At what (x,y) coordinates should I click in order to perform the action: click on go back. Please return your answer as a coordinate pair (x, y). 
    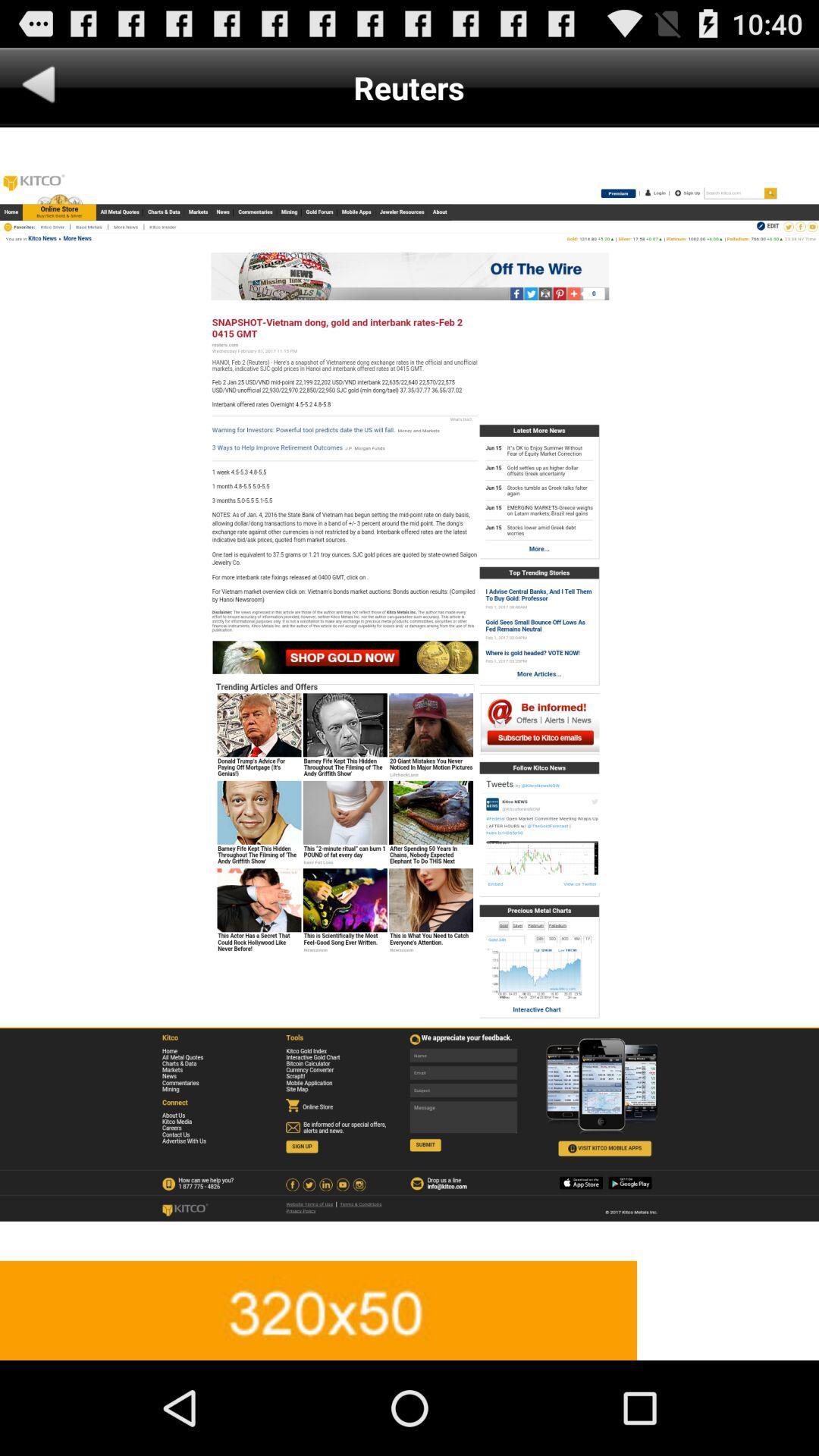
    Looking at the image, I should click on (38, 86).